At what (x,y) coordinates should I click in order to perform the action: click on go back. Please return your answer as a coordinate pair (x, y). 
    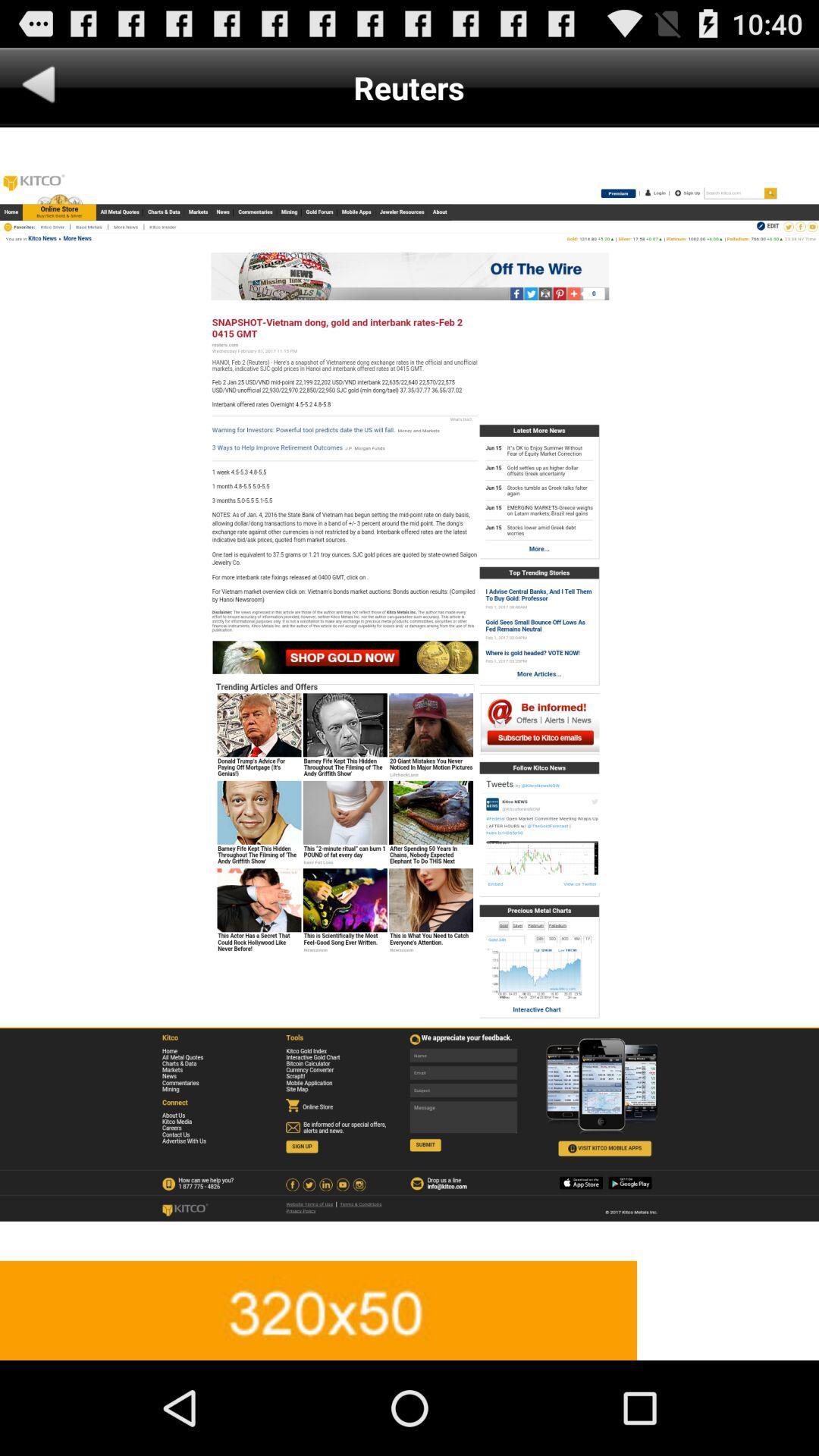
    Looking at the image, I should click on (38, 86).